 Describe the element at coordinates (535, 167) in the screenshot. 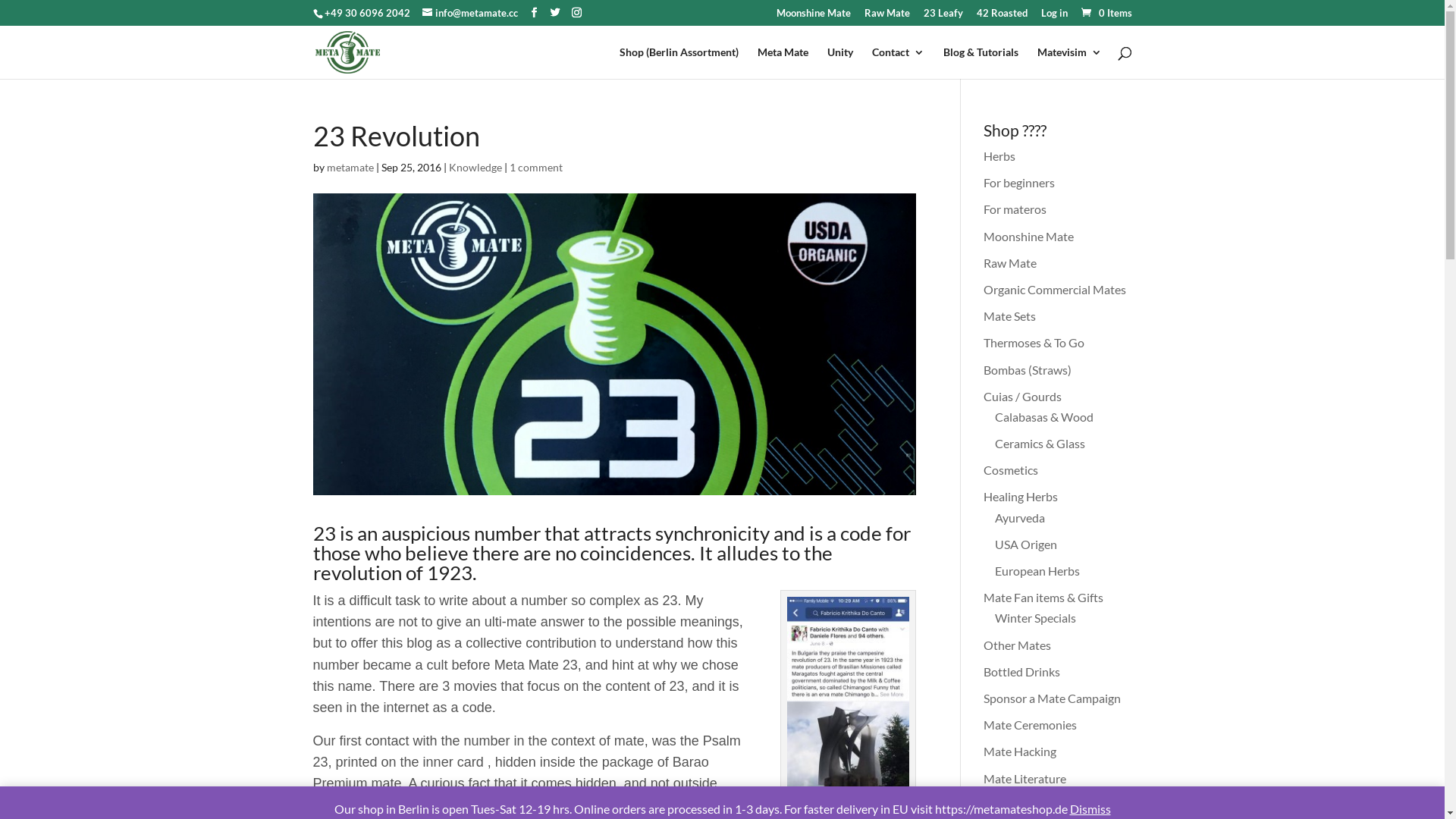

I see `'1 comment'` at that location.